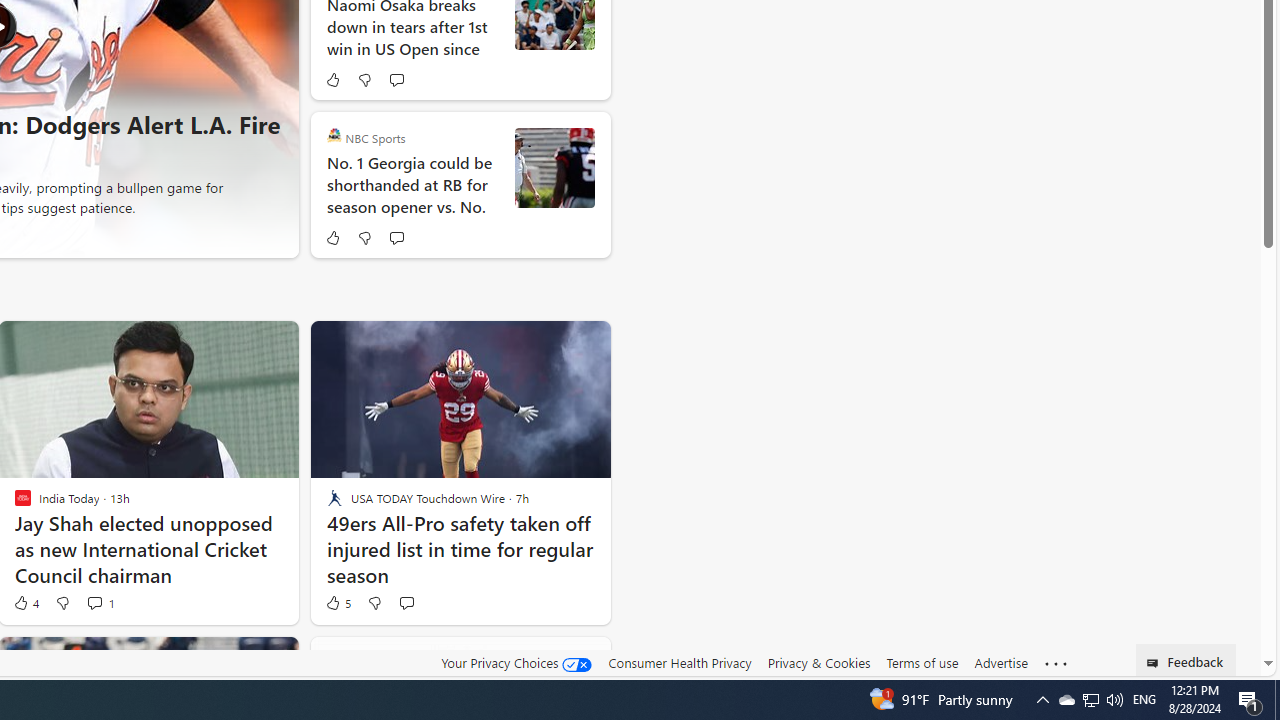 This screenshot has width=1280, height=720. What do you see at coordinates (374, 601) in the screenshot?
I see `'Dislike'` at bounding box center [374, 601].